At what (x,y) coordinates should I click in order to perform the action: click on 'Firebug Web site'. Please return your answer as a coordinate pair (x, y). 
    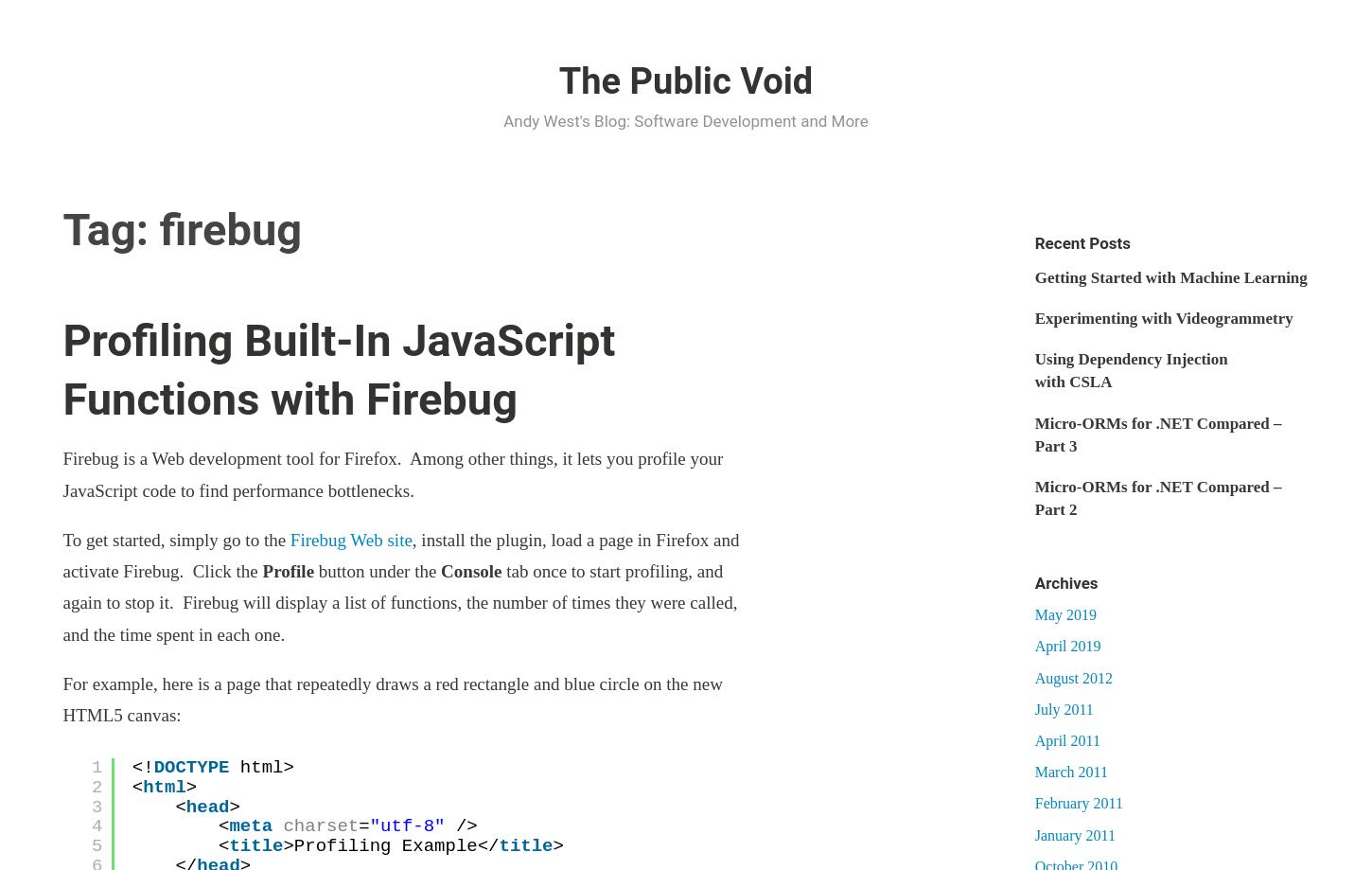
    Looking at the image, I should click on (349, 539).